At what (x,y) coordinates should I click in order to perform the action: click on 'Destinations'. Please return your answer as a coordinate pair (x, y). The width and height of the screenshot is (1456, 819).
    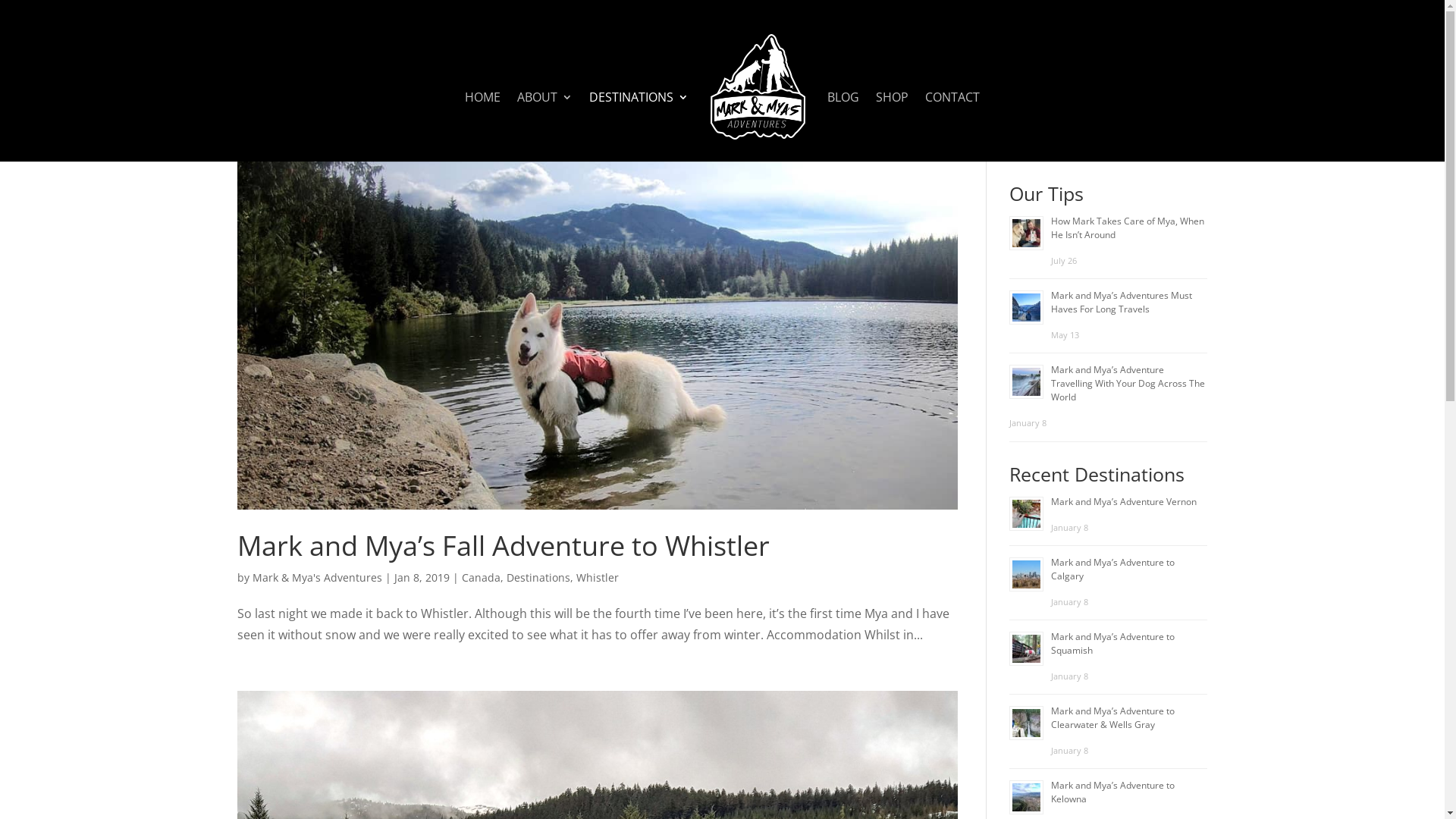
    Looking at the image, I should click on (538, 577).